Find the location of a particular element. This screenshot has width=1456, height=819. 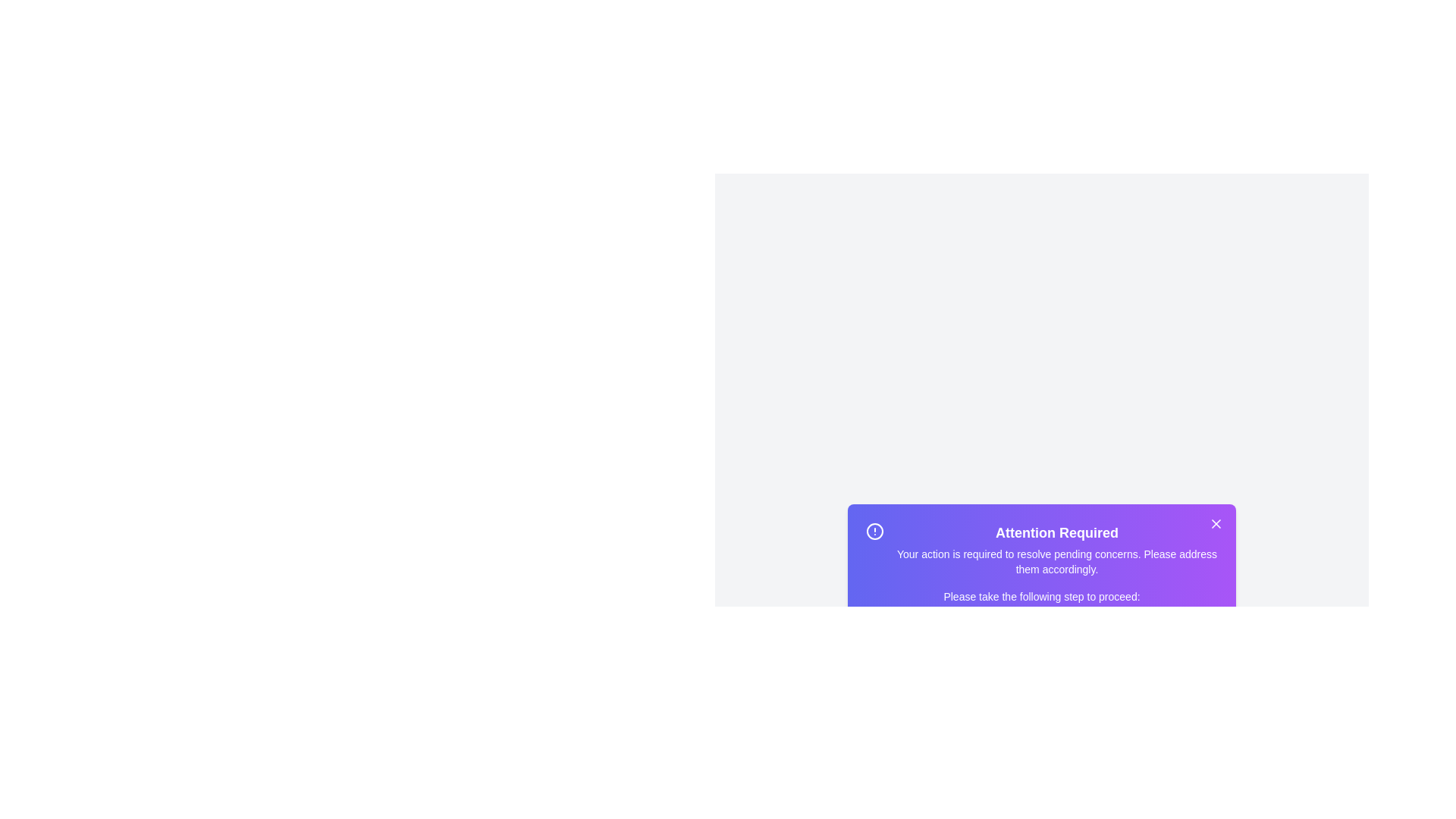

the 'X' icon in the top-right corner of the purple notification box titled 'Attention Required' is located at coordinates (1216, 522).